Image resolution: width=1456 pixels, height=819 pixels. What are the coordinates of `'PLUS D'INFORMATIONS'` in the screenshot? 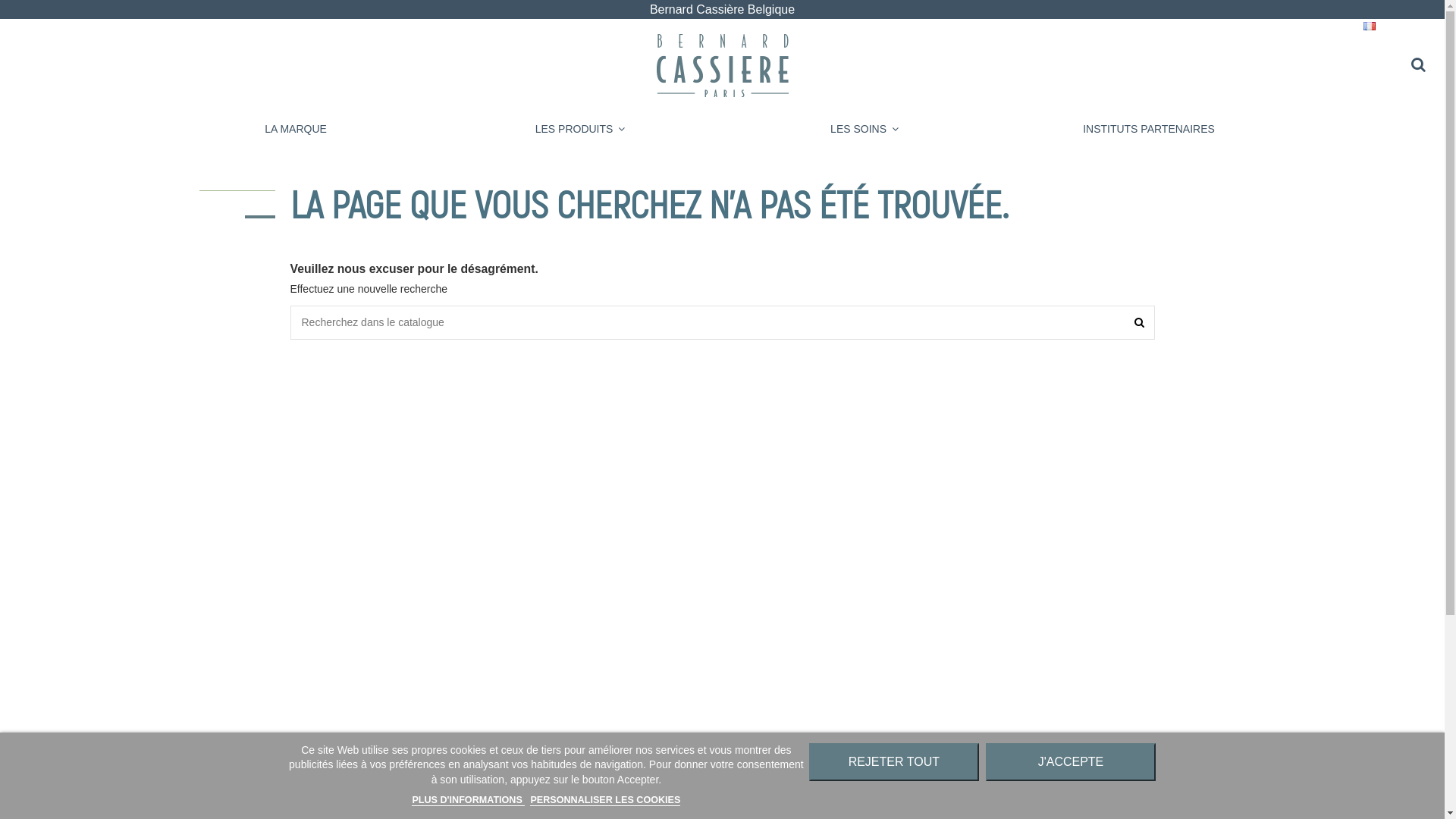 It's located at (467, 799).